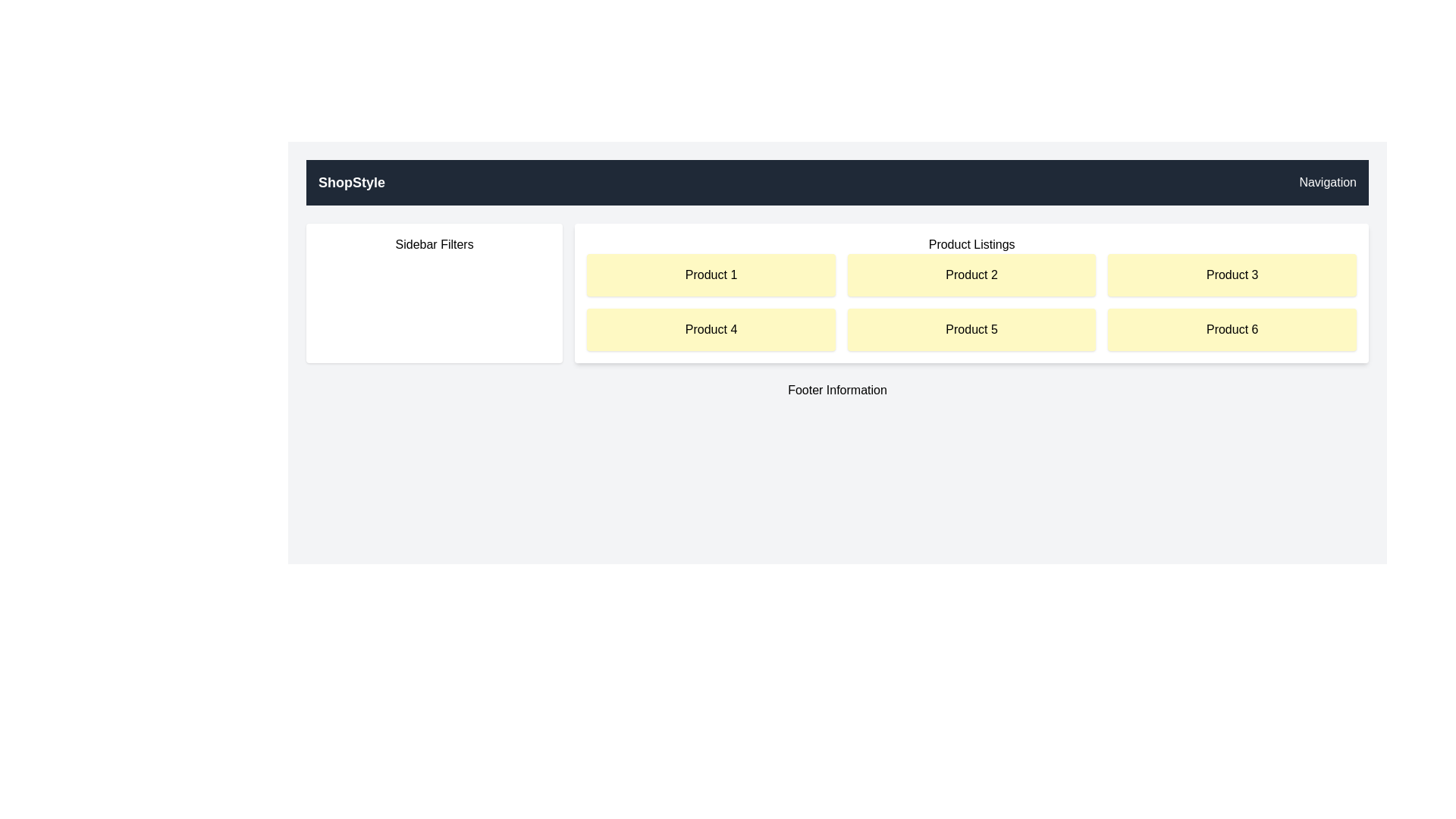  What do you see at coordinates (971, 275) in the screenshot?
I see `the Text Label that reads 'Product 2', which is the second item in a grid layout with a light yellow background and rounded corners` at bounding box center [971, 275].